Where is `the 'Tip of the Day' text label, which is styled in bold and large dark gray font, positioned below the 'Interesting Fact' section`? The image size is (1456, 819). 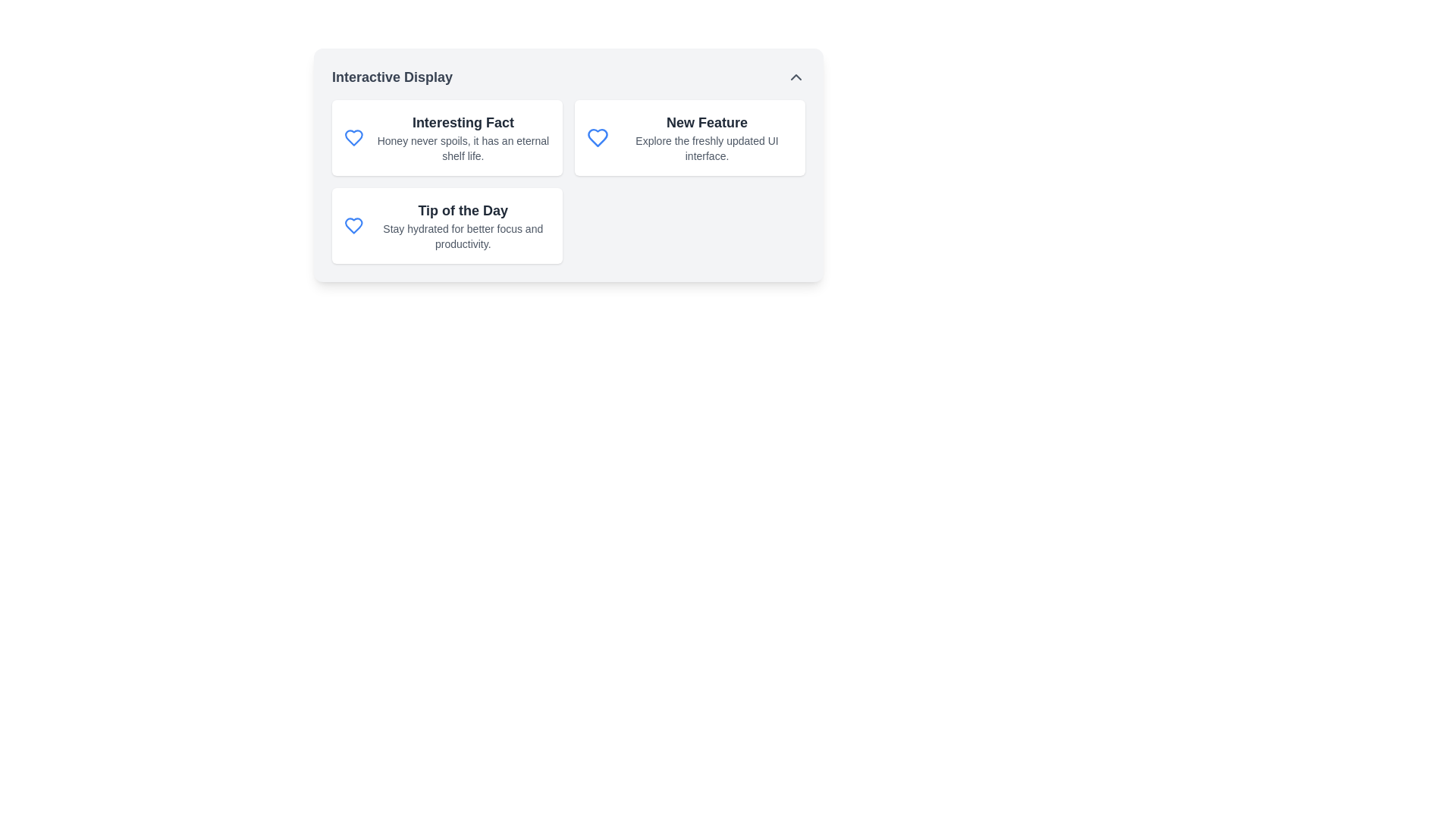
the 'Tip of the Day' text label, which is styled in bold and large dark gray font, positioned below the 'Interesting Fact' section is located at coordinates (462, 210).